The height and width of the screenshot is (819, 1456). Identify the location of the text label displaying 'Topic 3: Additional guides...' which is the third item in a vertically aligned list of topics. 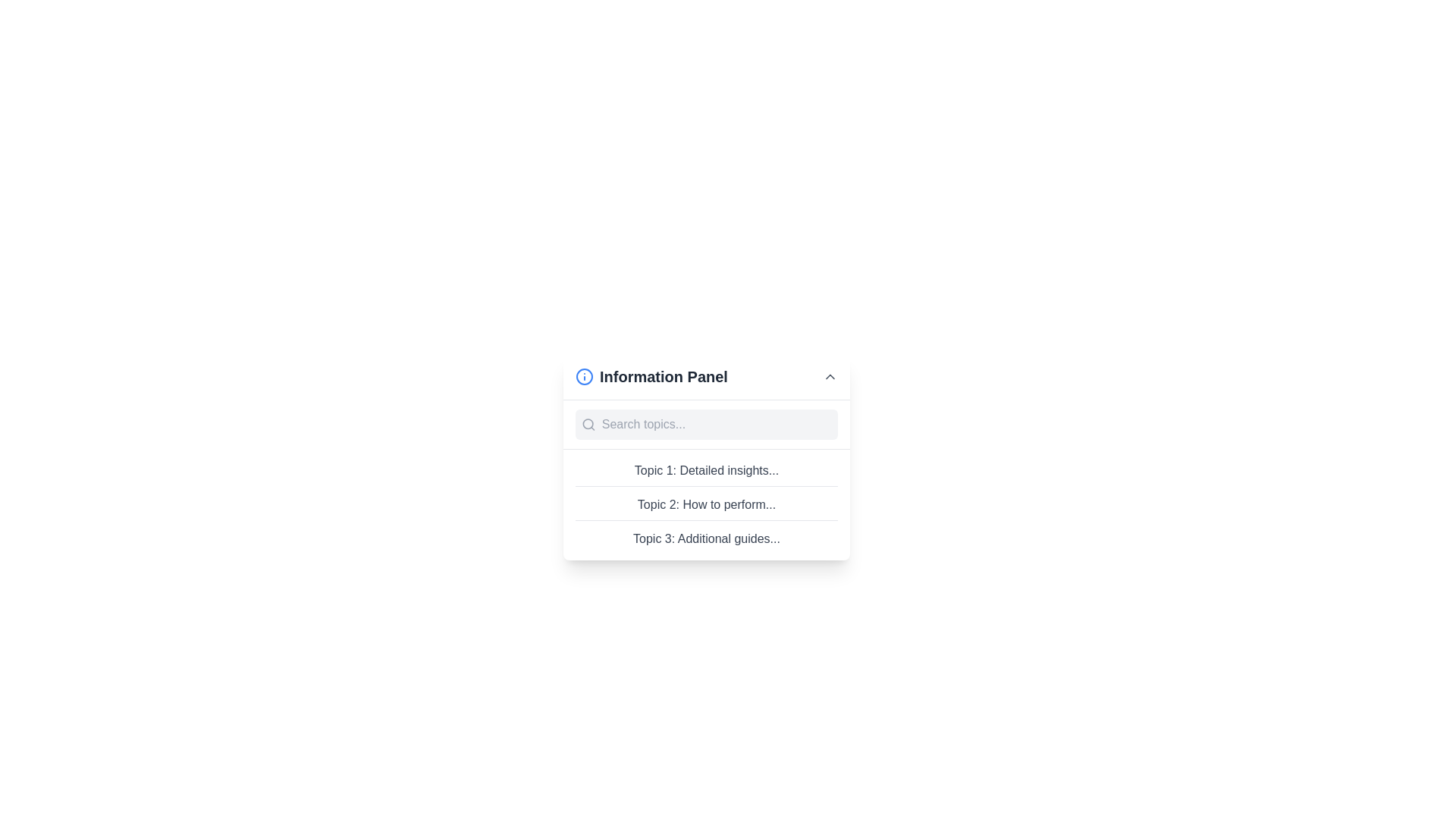
(705, 538).